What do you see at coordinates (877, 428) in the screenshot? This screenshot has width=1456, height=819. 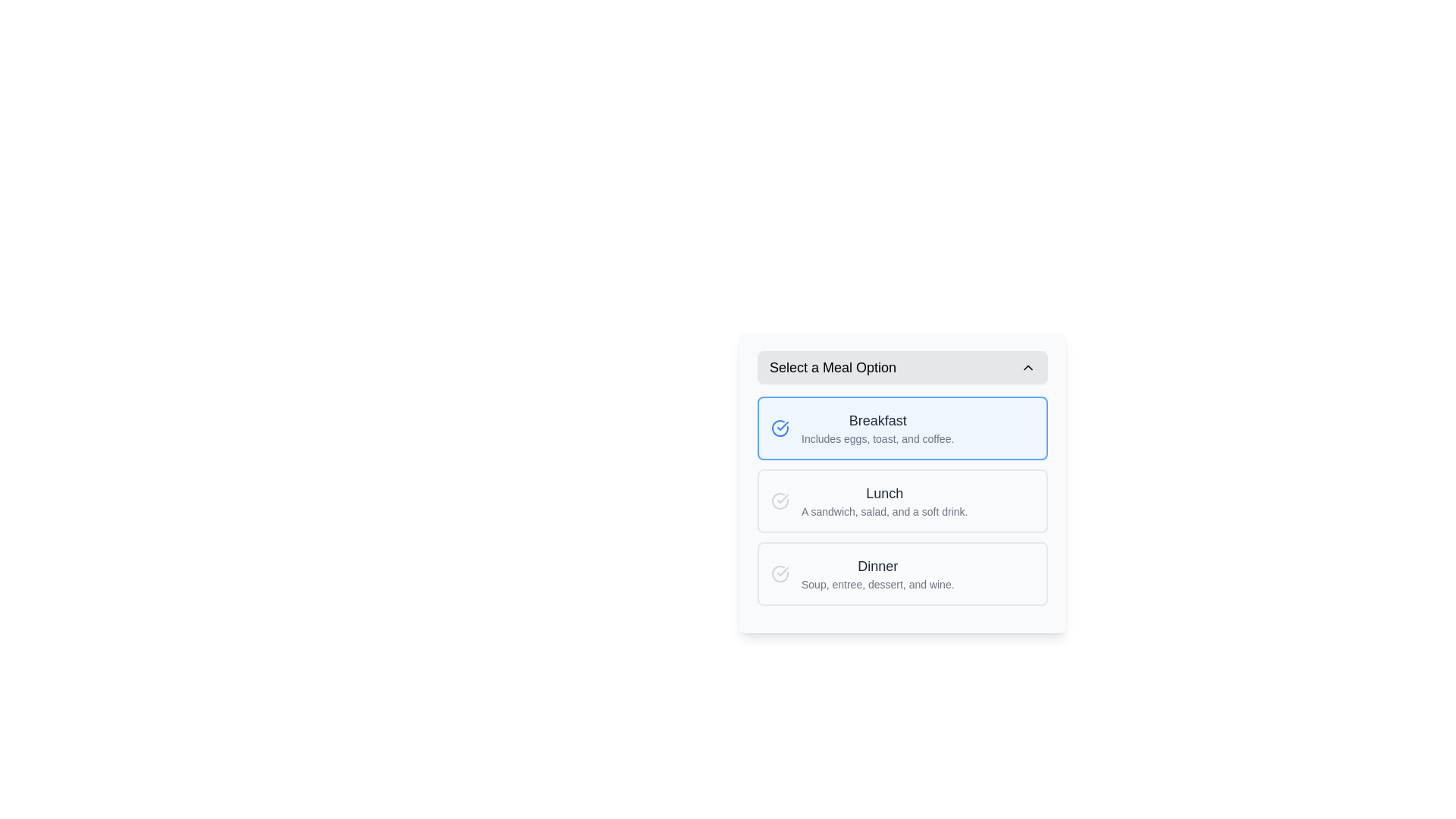 I see `the Information display component that shows 'BreakfastIncludes eggs, toast, and coffee.' located centrally within the highlighted meal option card at the second position from the top of the list of options` at bounding box center [877, 428].